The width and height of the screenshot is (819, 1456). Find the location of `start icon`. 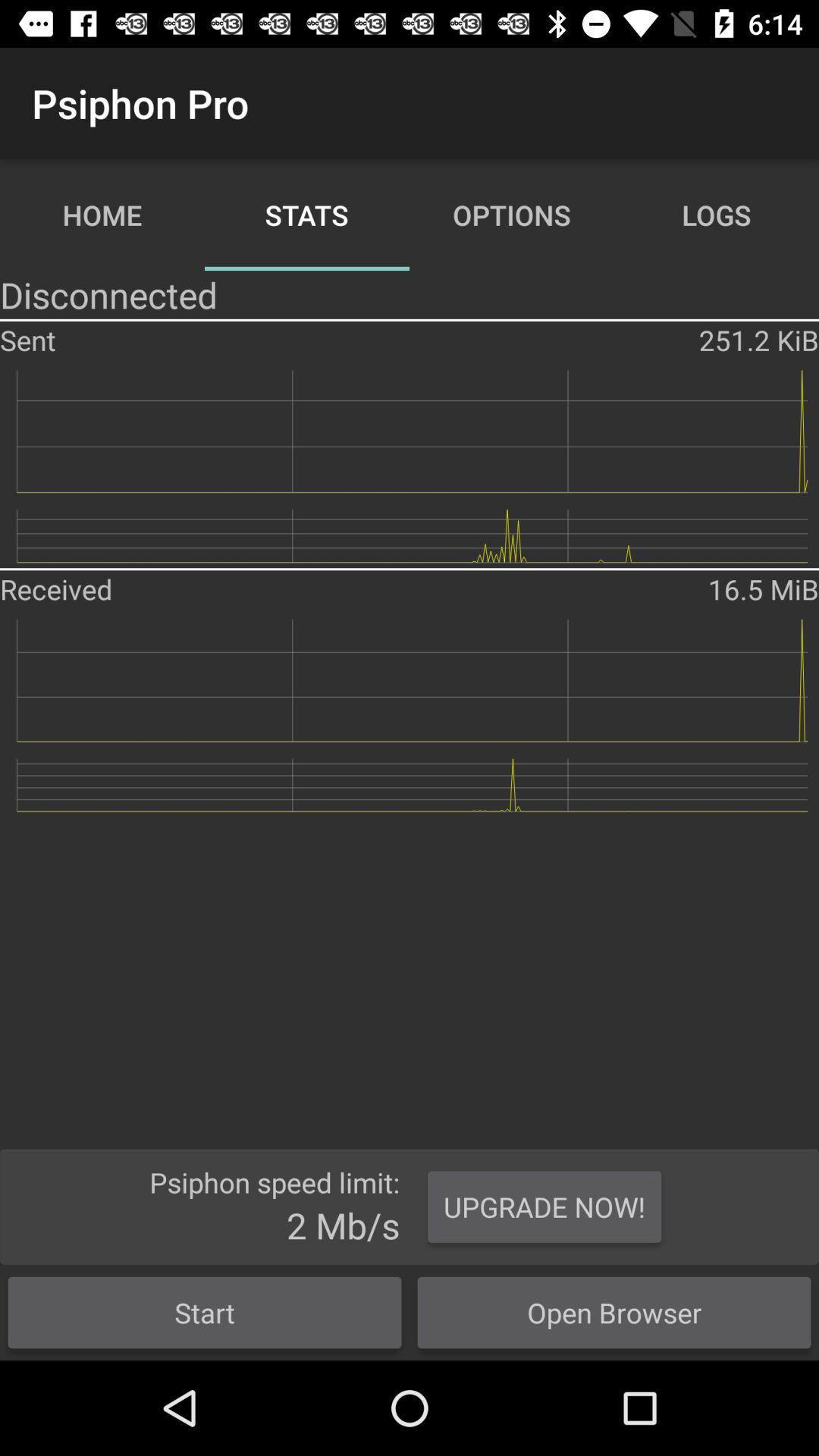

start icon is located at coordinates (205, 1312).